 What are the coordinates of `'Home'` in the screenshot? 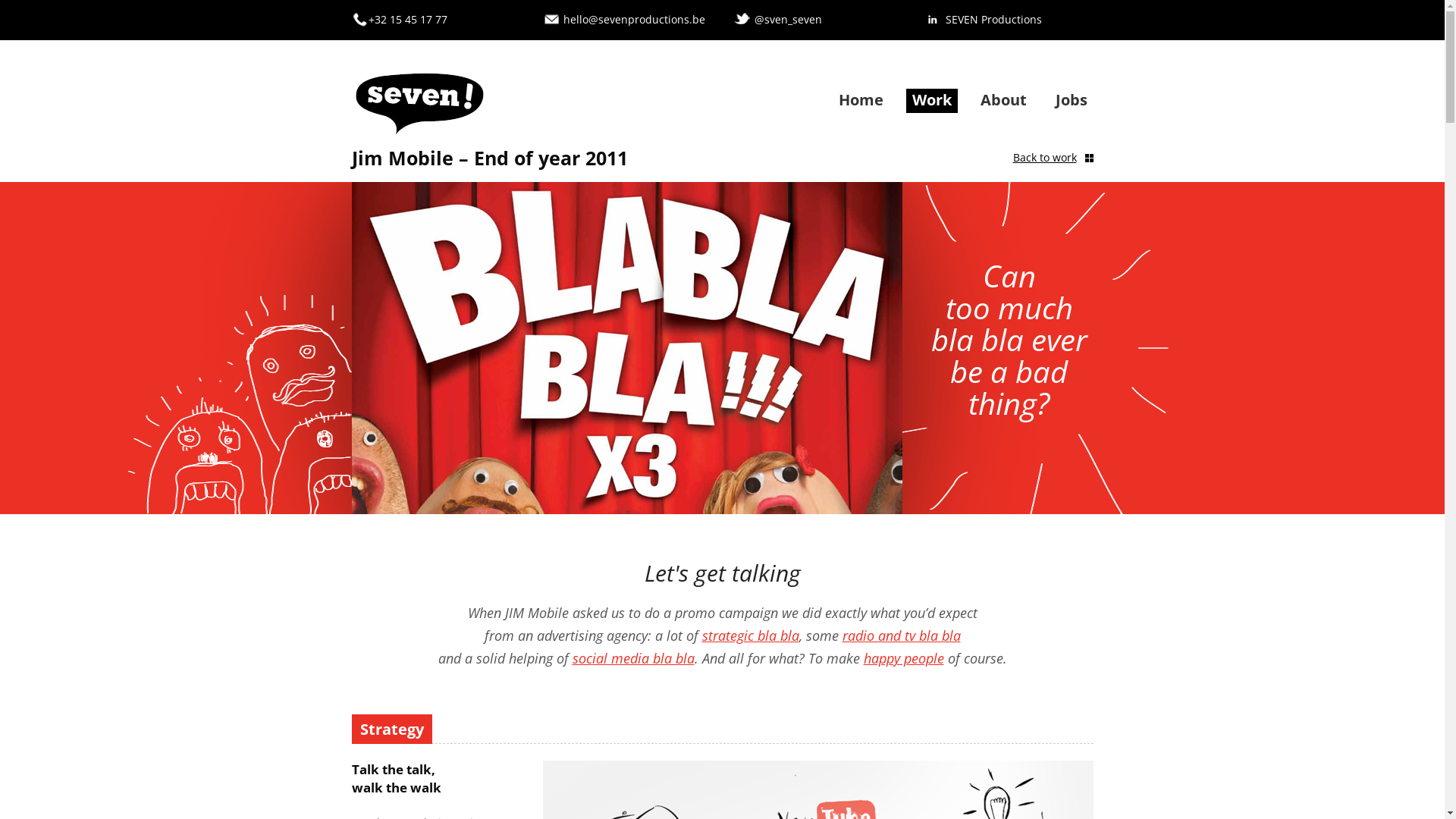 It's located at (861, 99).